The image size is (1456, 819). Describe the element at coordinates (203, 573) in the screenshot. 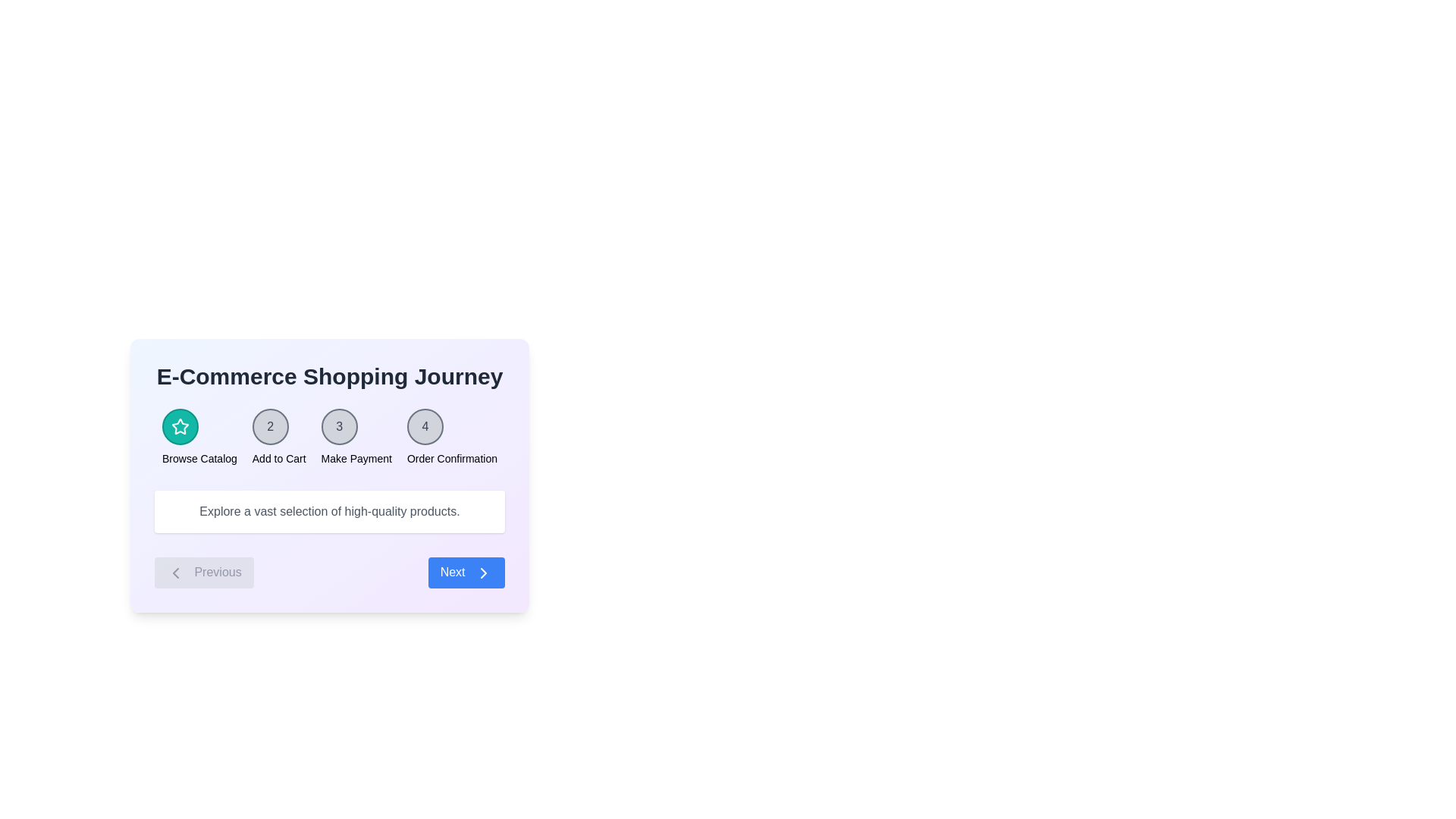

I see `the 'Previous' button with a light gray background and rounded corners` at that location.